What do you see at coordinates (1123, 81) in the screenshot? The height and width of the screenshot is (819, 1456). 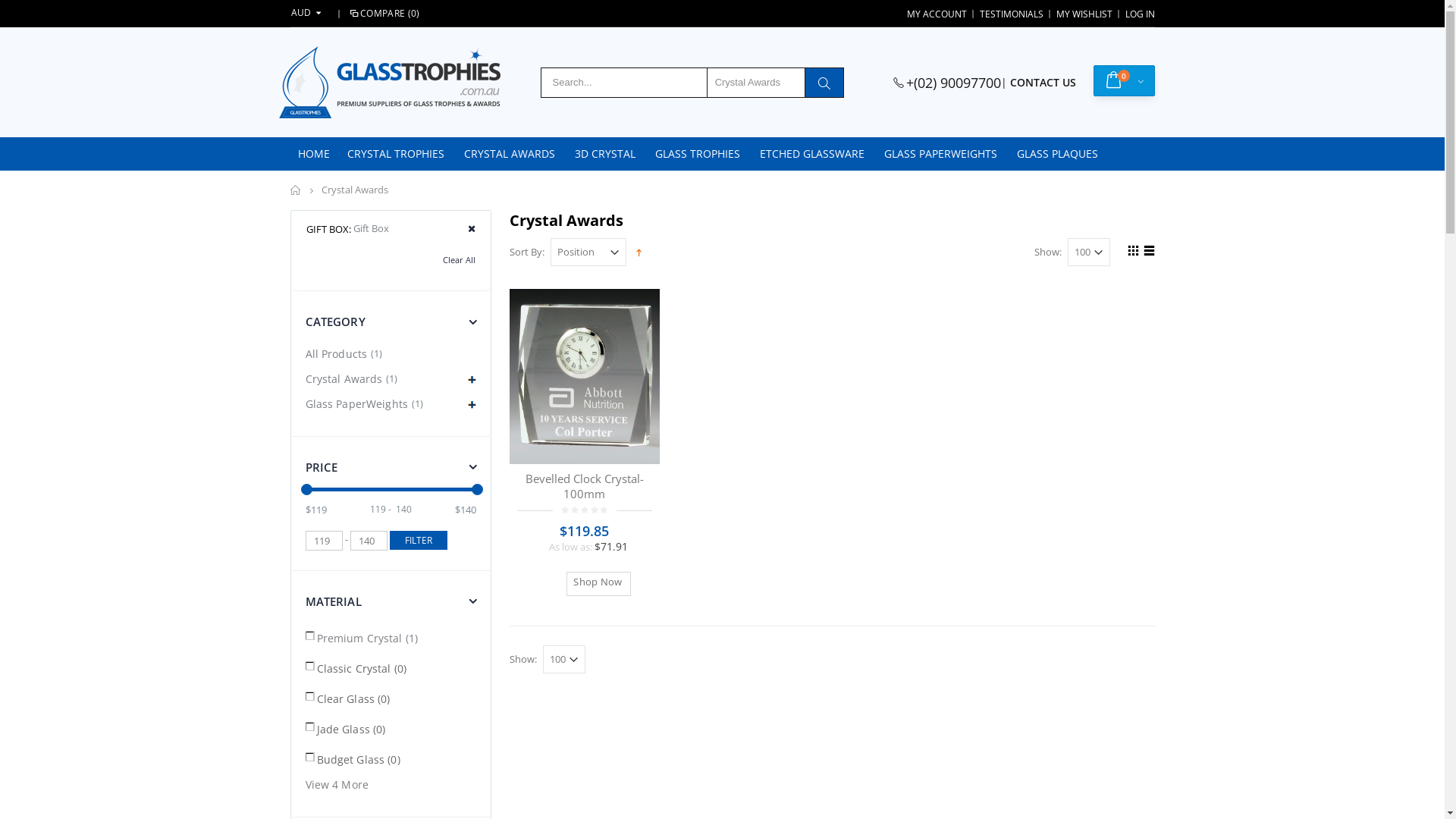 I see `'0'` at bounding box center [1123, 81].